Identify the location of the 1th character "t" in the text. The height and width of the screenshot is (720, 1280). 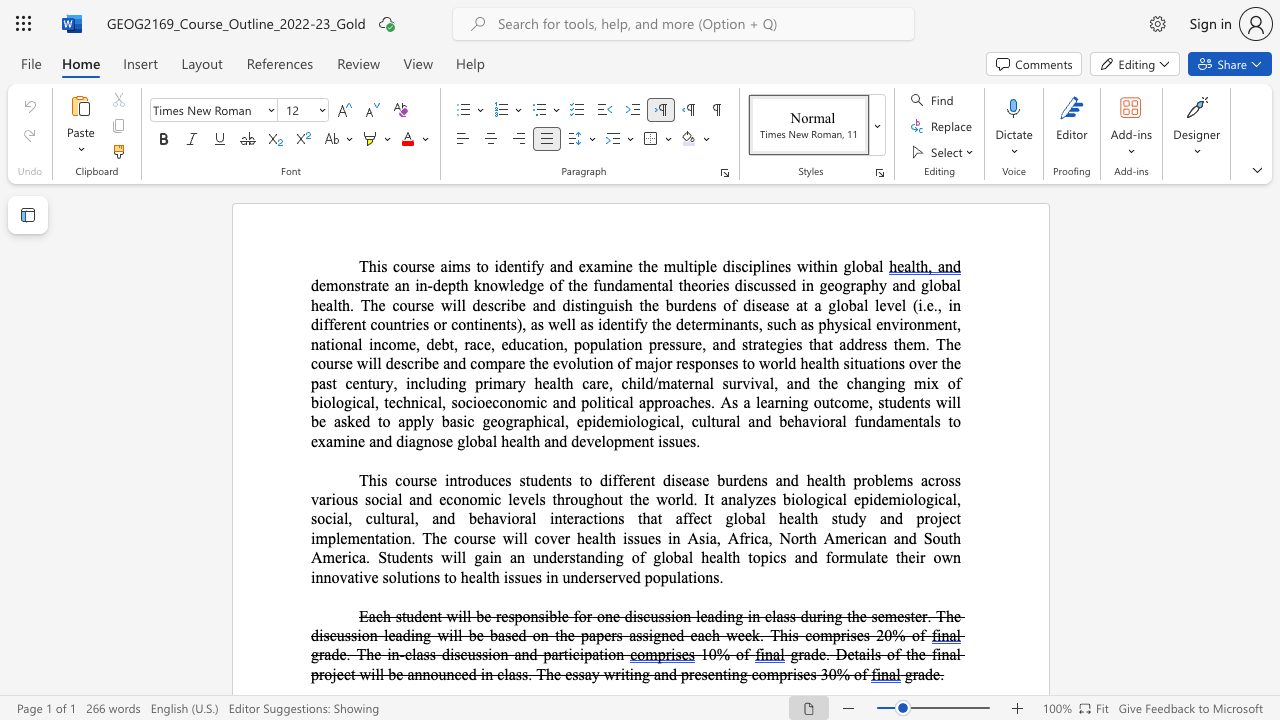
(907, 654).